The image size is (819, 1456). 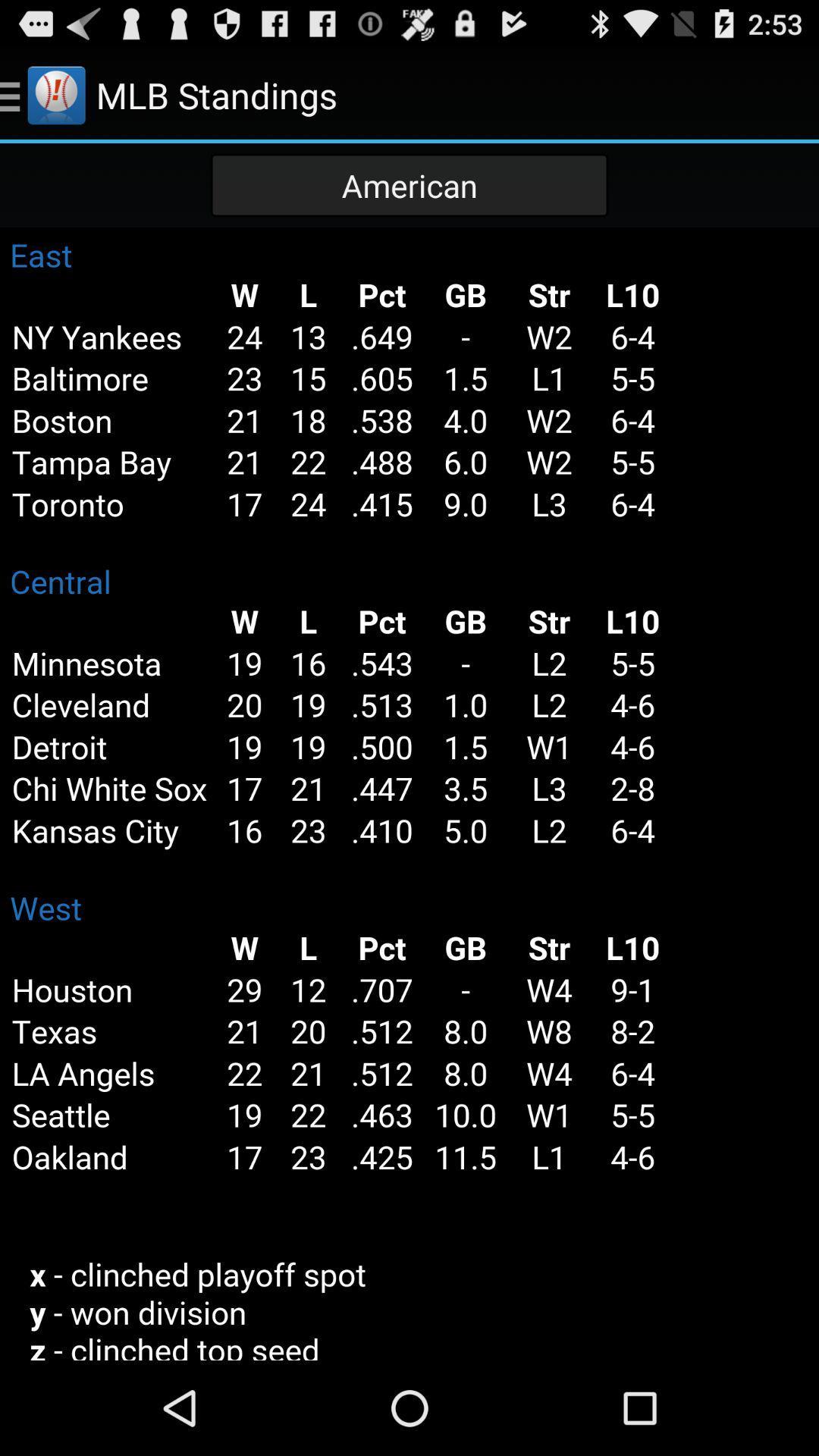 What do you see at coordinates (409, 792) in the screenshot?
I see `click the whole box` at bounding box center [409, 792].